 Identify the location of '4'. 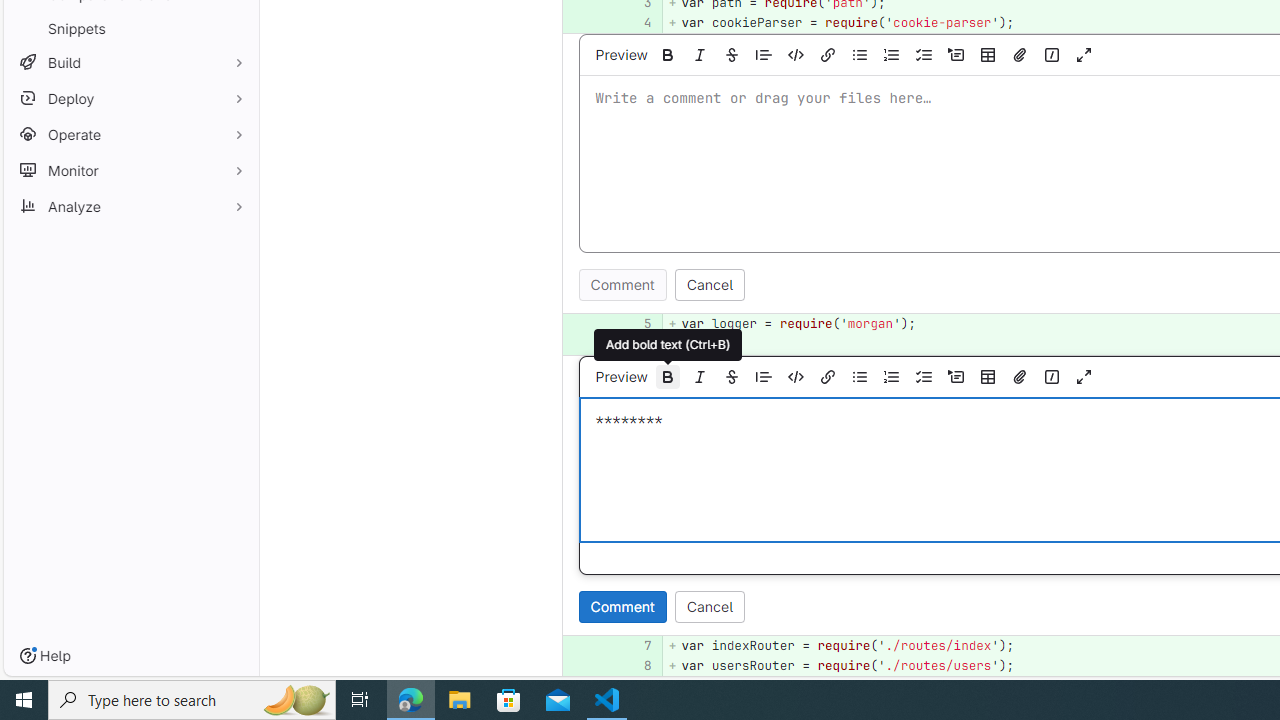
(636, 23).